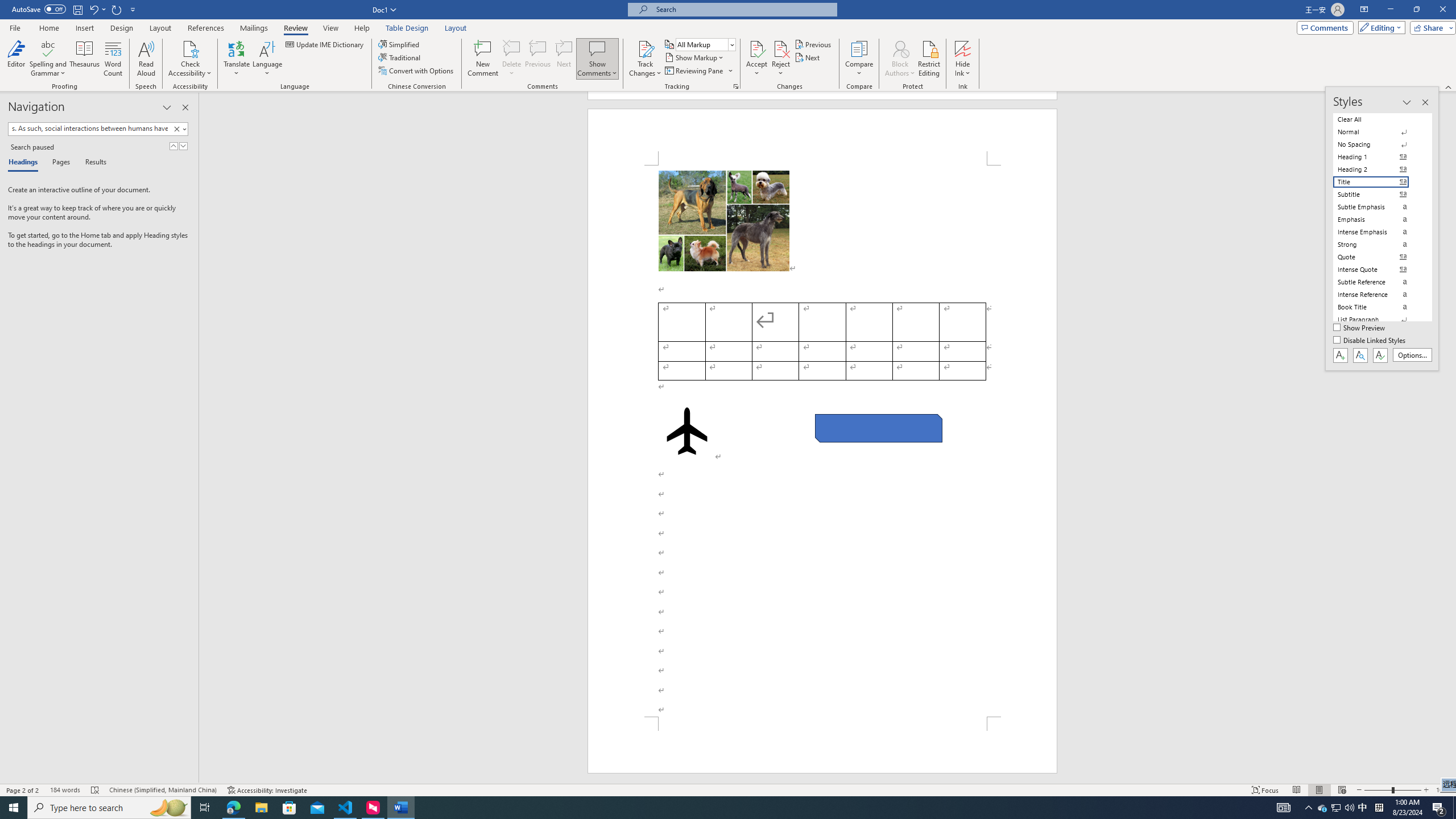 This screenshot has height=819, width=1456. I want to click on 'Emphasis', so click(1378, 218).